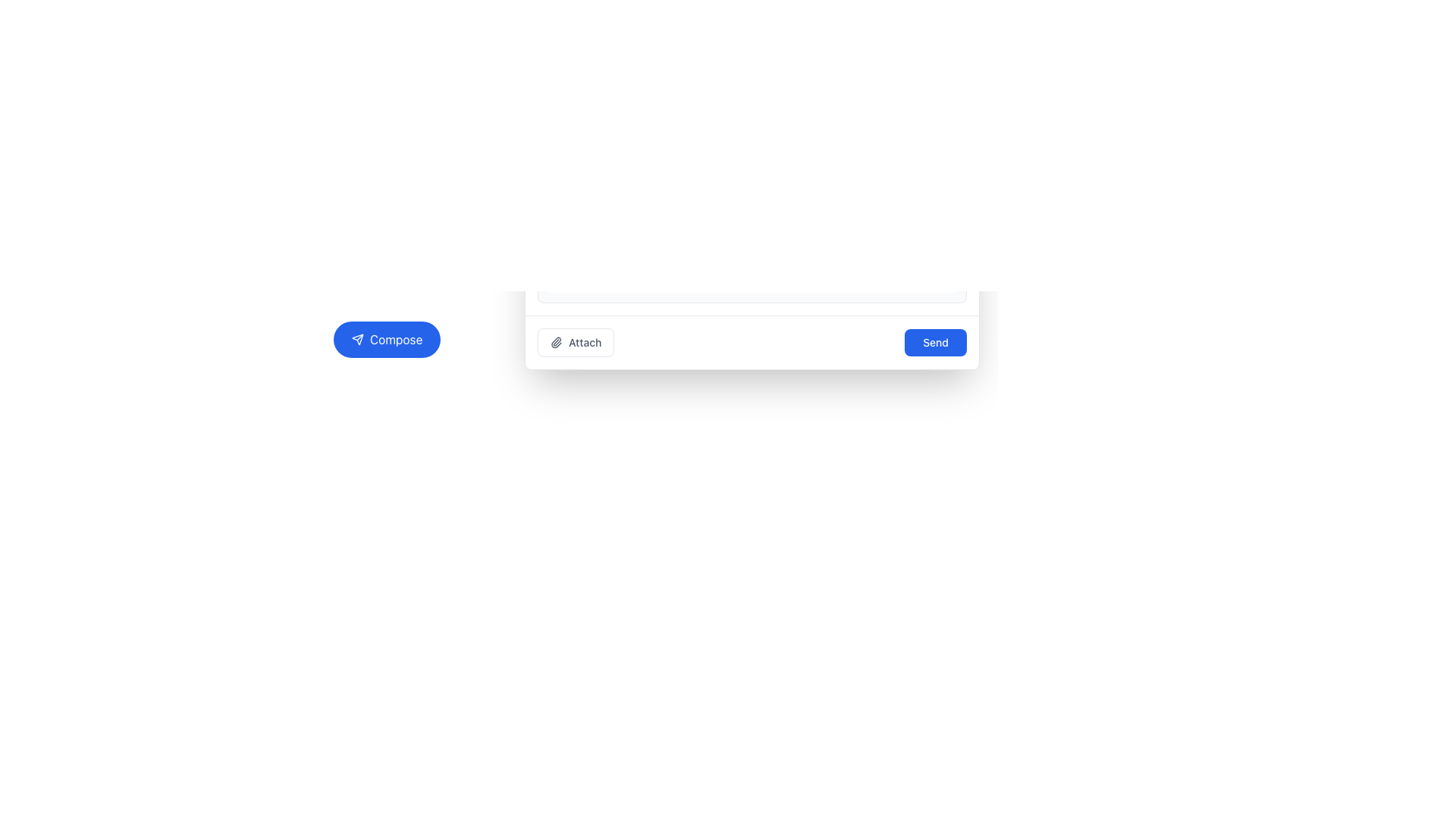 This screenshot has width=1456, height=819. What do you see at coordinates (651, 338) in the screenshot?
I see `the composite UI component containing the 'Compose,' 'Attach,' and 'Send' buttons` at bounding box center [651, 338].